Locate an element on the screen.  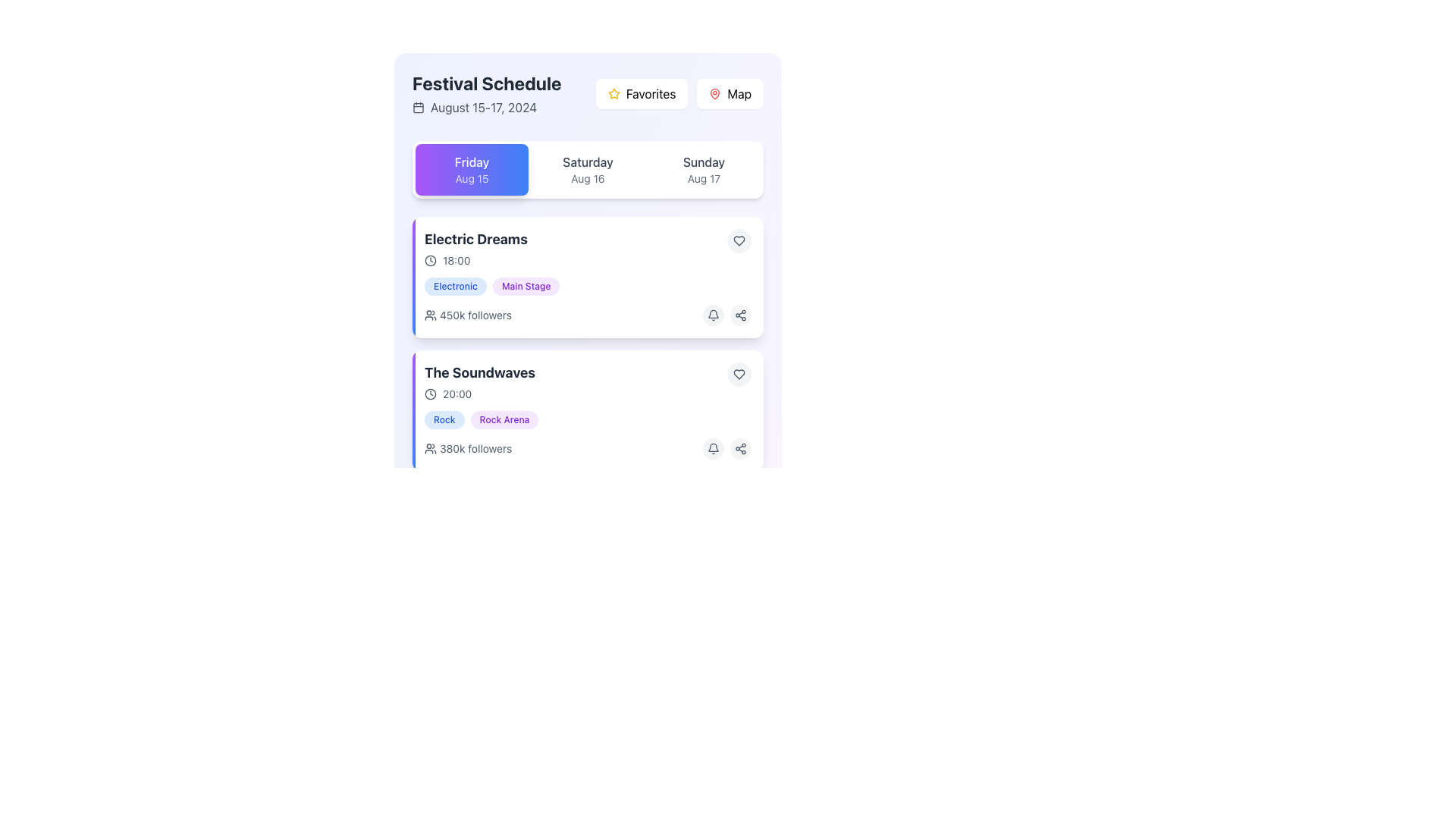
the text information block titled 'The Soundwaves' with the clock icon showing '20:00' located in the second card under the 'Friday' tab of the schedule interface is located at coordinates (479, 381).